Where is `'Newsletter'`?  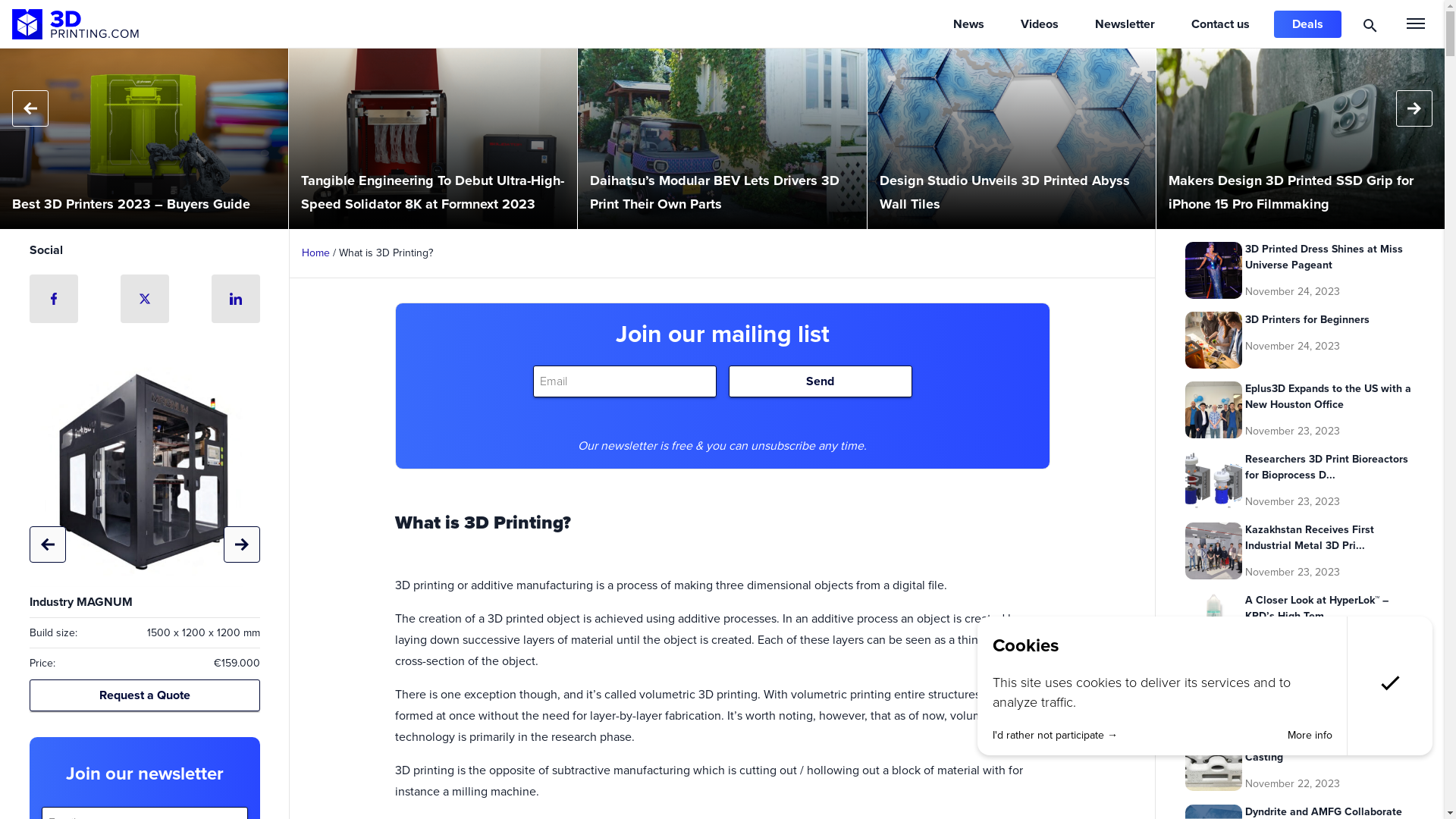
'Newsletter' is located at coordinates (1125, 24).